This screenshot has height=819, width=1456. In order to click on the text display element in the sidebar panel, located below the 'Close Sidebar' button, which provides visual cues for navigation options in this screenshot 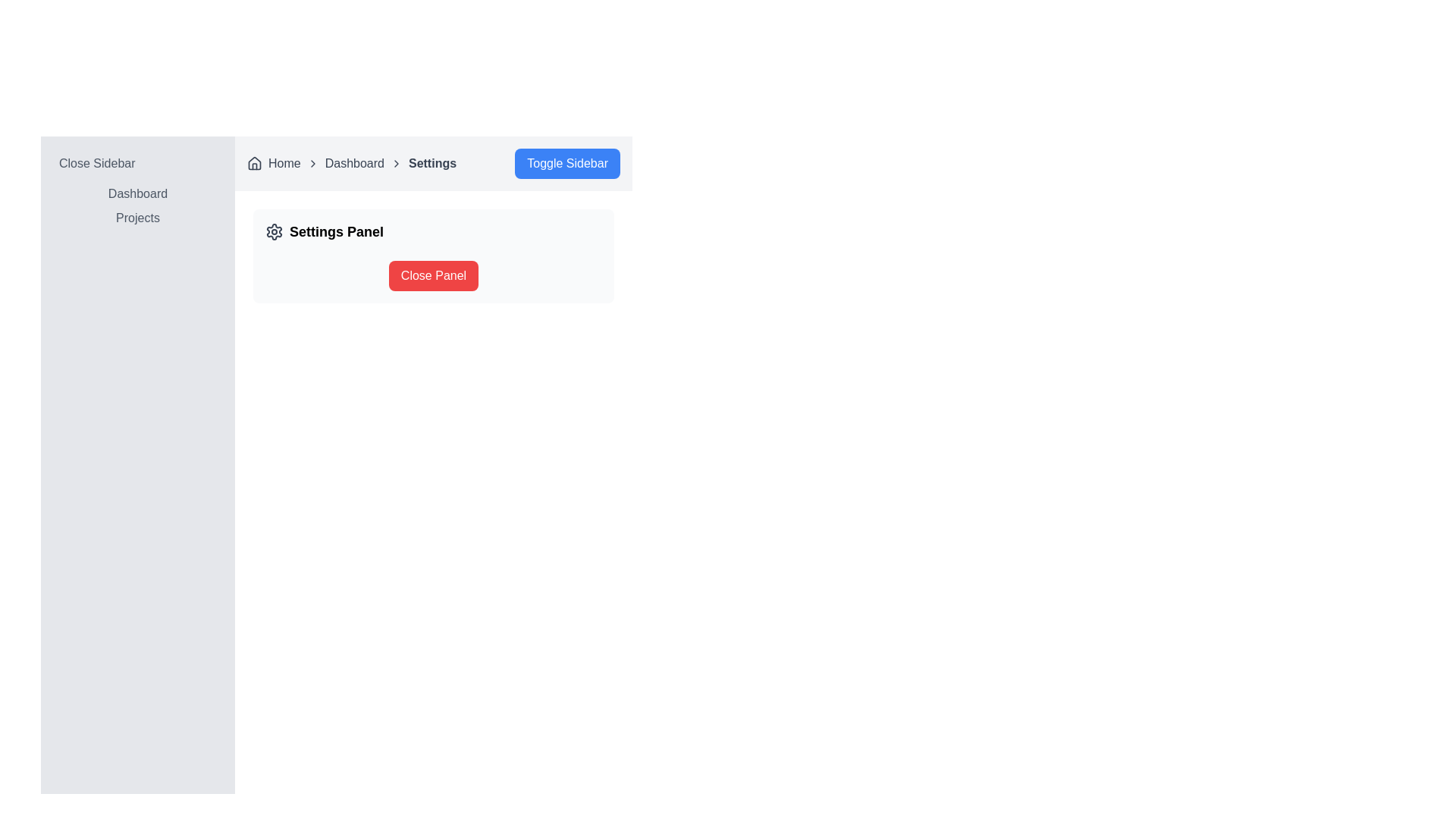, I will do `click(138, 206)`.